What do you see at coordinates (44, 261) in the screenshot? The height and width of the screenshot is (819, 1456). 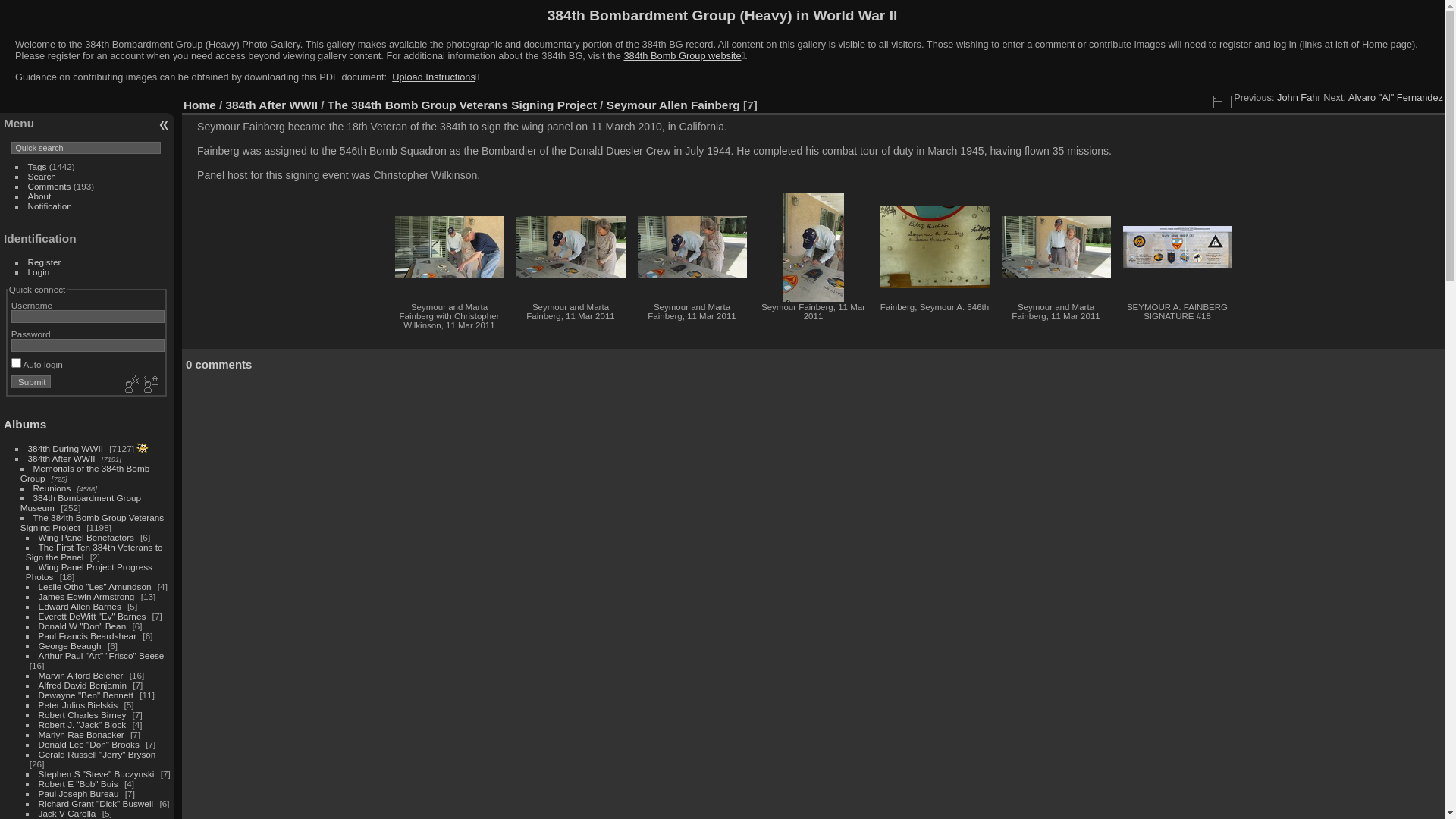 I see `'Register'` at bounding box center [44, 261].